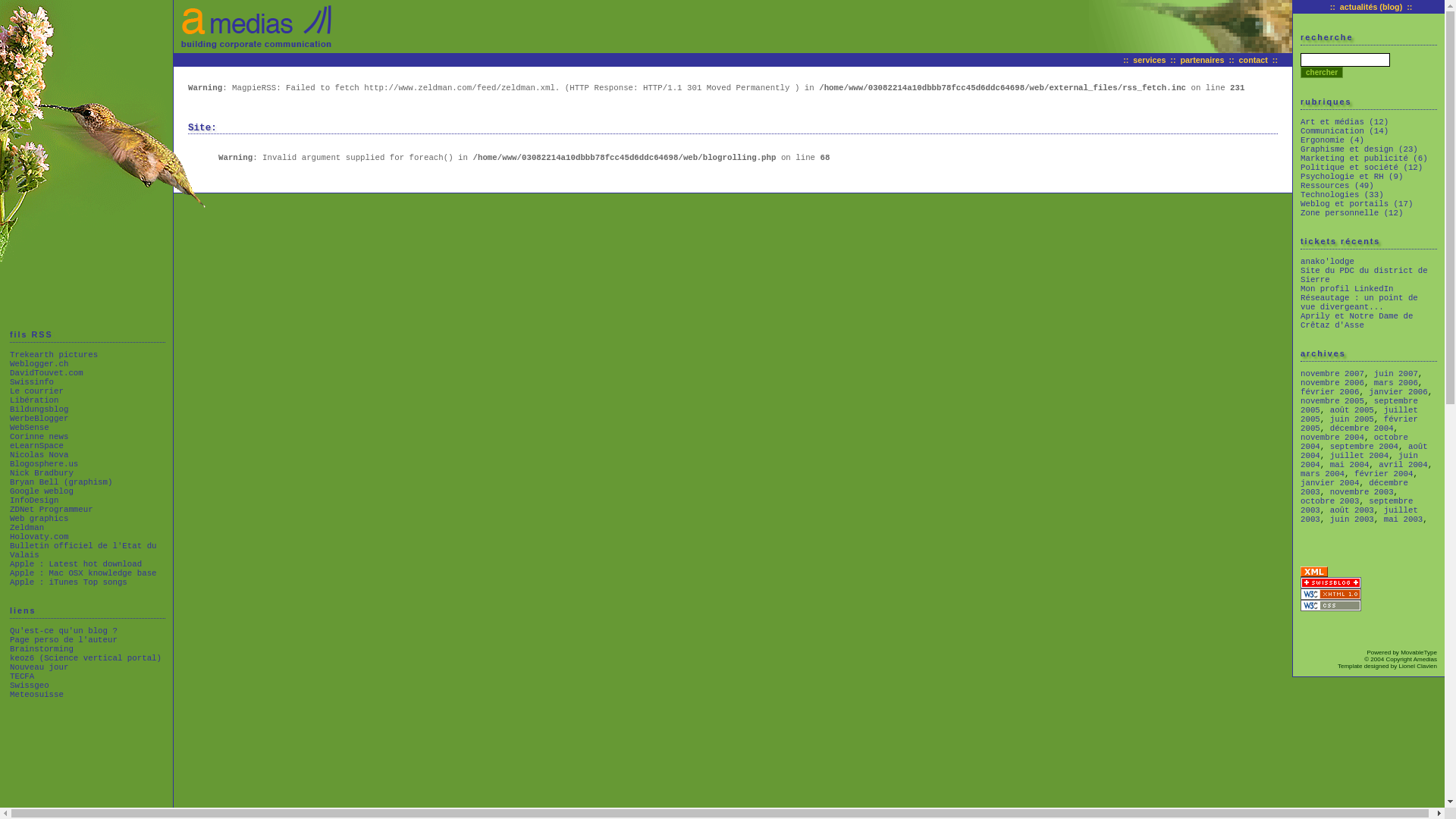  Describe the element at coordinates (39, 418) in the screenshot. I see `'WerbeBlogger'` at that location.